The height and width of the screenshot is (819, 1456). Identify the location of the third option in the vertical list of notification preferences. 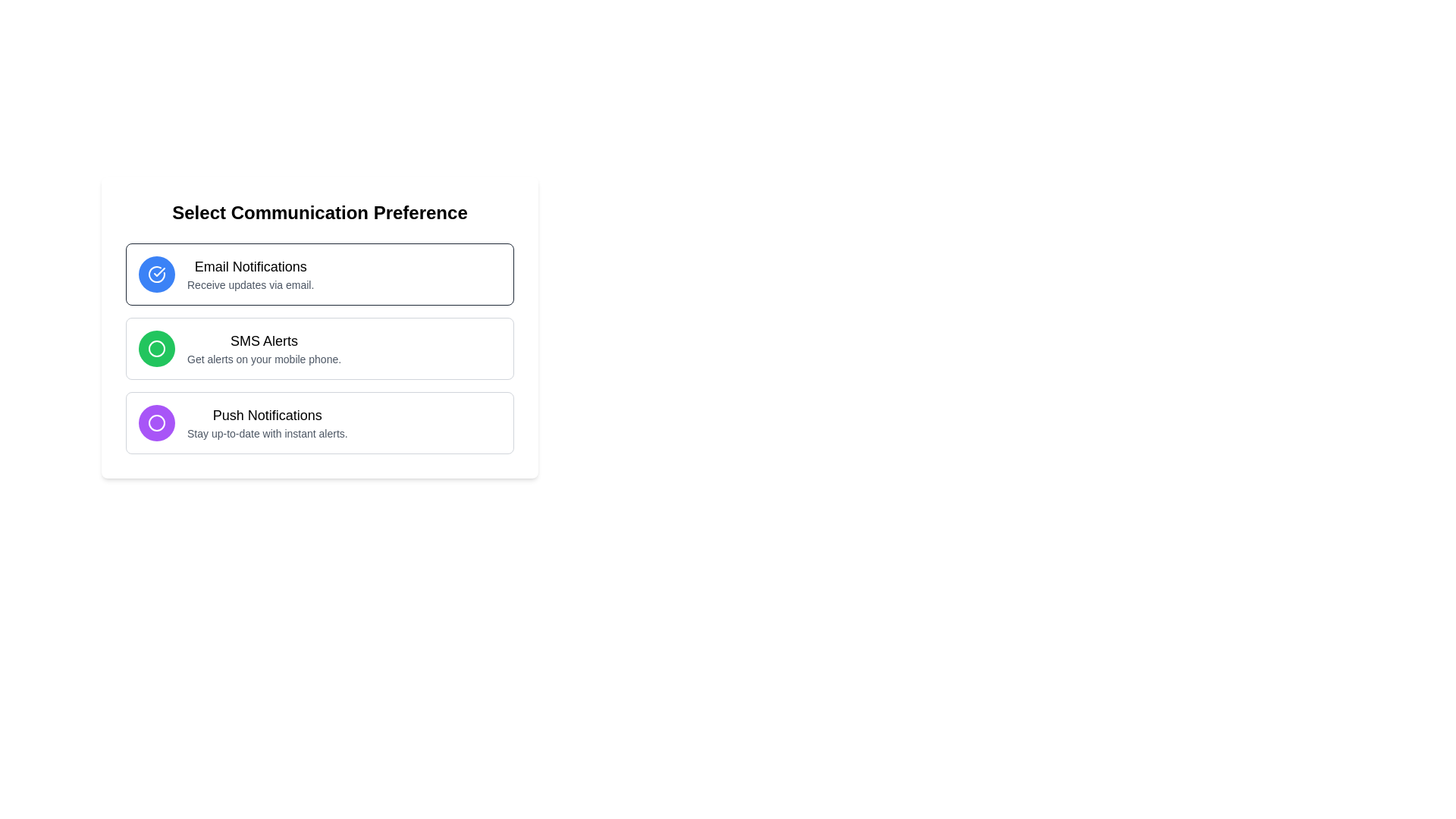
(319, 423).